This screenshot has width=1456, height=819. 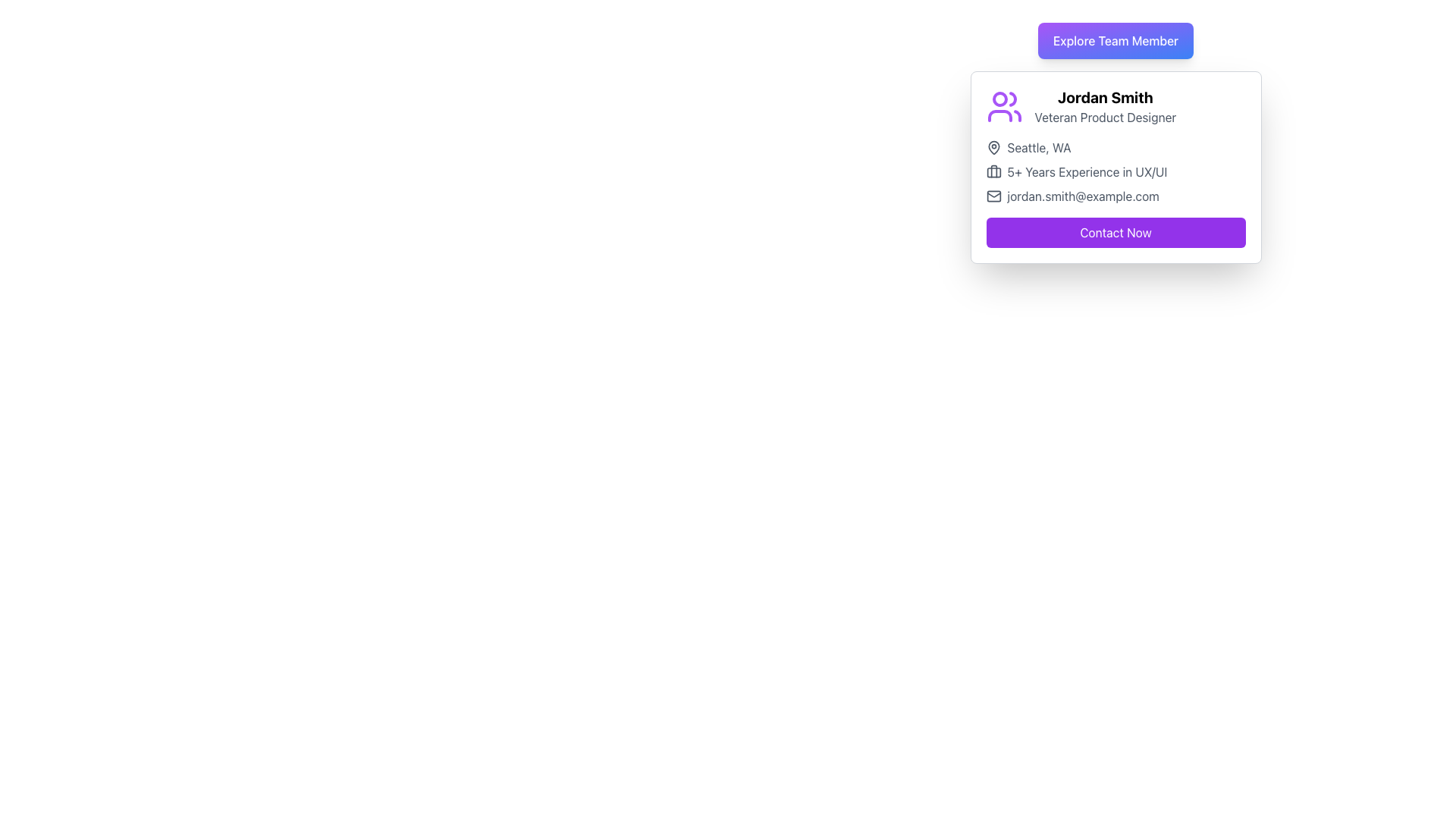 I want to click on the static text element that reads 'Jordan Smith', which is styled in bold and is the first line of text in a user profile card, so click(x=1105, y=97).